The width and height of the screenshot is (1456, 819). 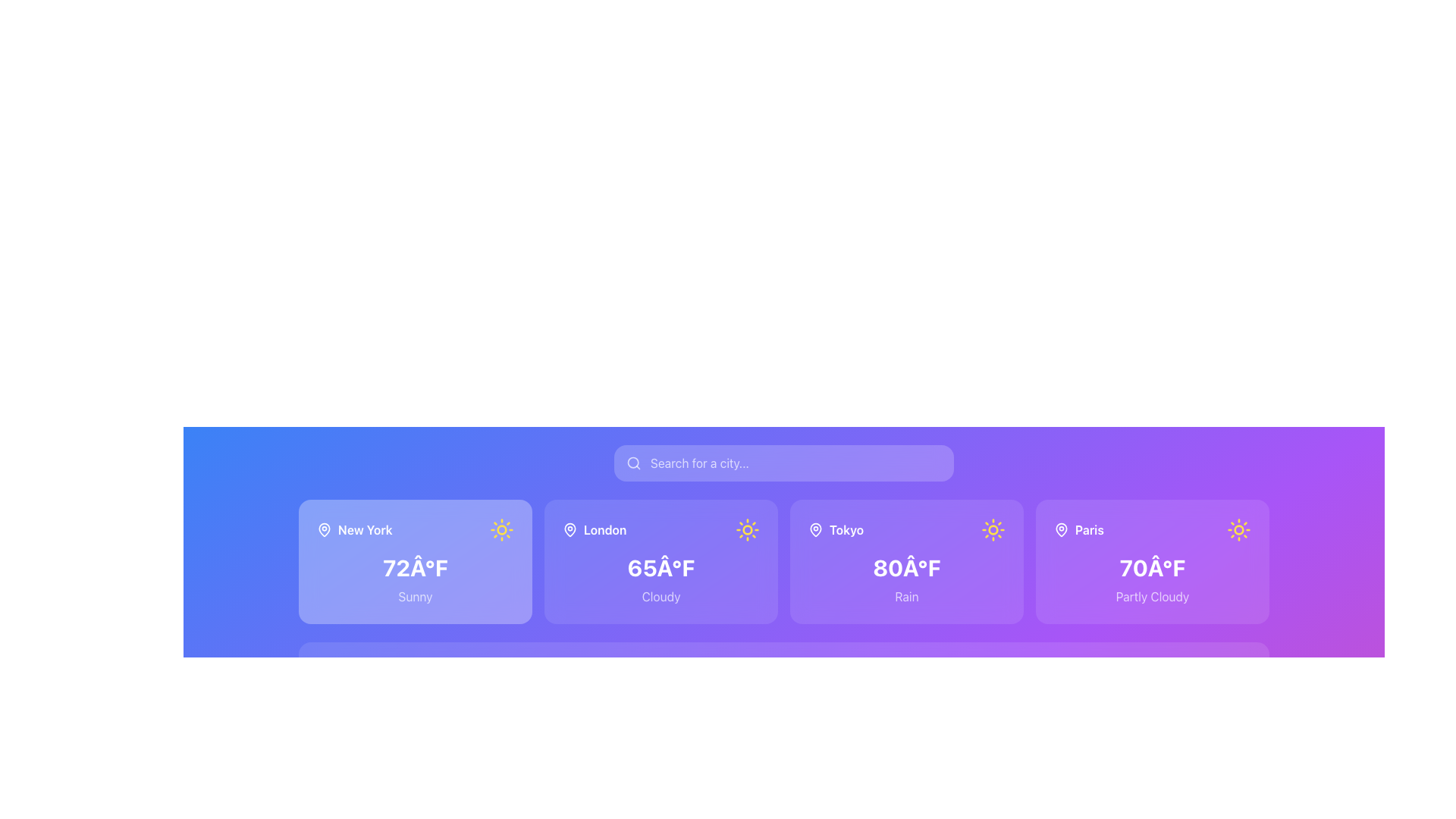 I want to click on the text label displaying 'Paris', so click(x=1088, y=529).